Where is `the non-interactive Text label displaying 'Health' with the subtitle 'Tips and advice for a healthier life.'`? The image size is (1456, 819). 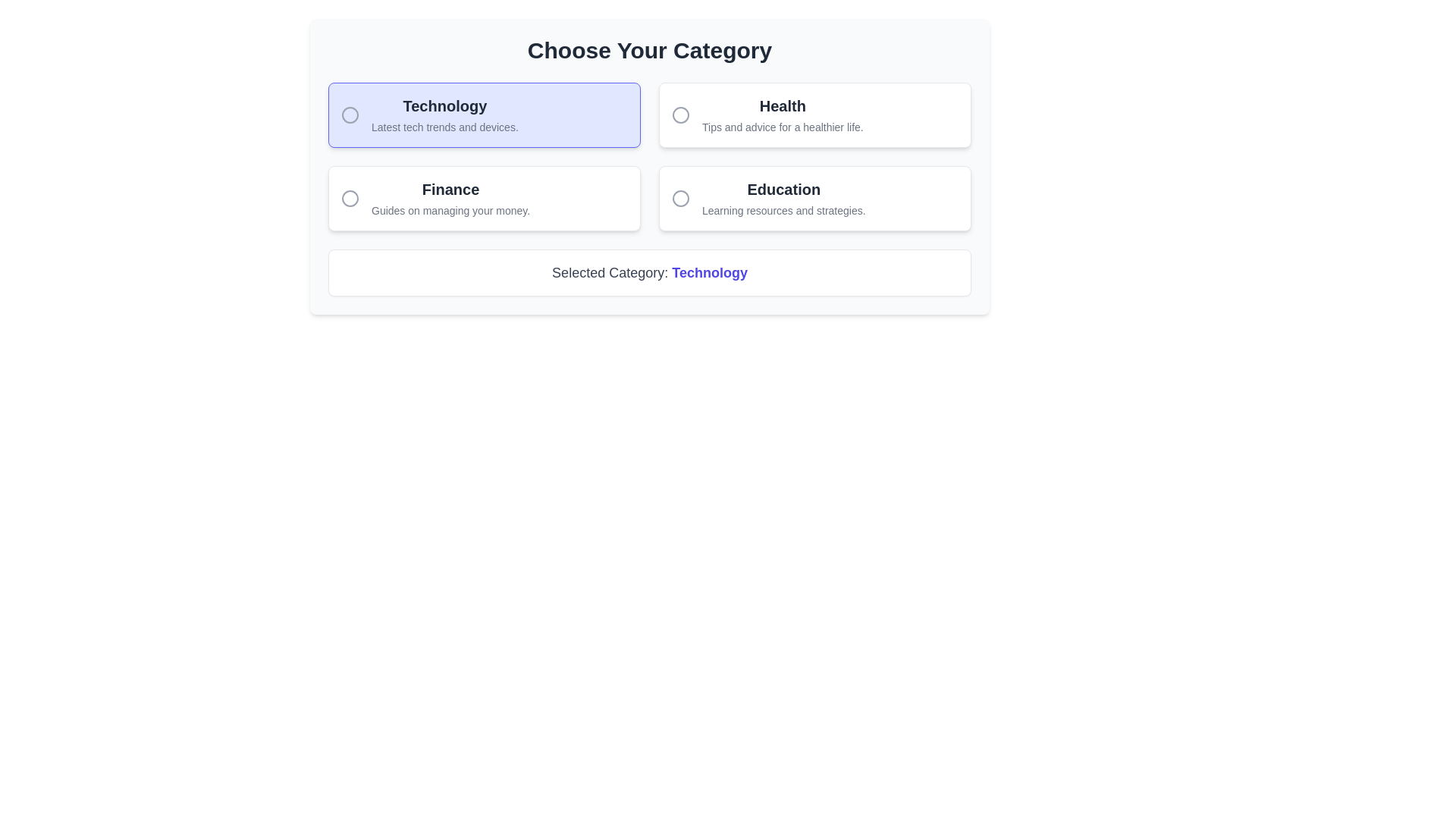 the non-interactive Text label displaying 'Health' with the subtitle 'Tips and advice for a healthier life.' is located at coordinates (783, 114).